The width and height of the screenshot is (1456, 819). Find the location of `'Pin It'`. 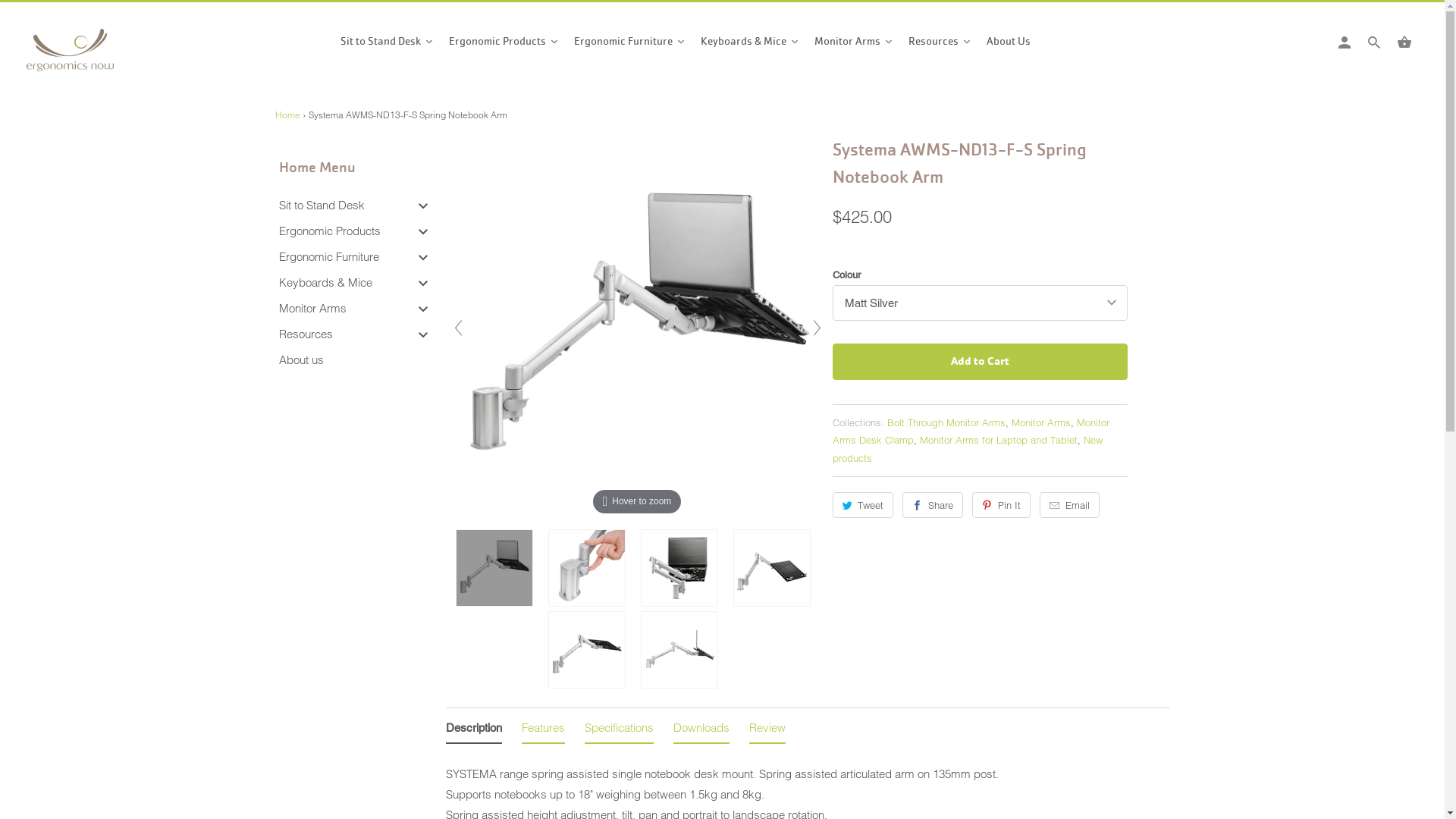

'Pin It' is located at coordinates (1001, 505).